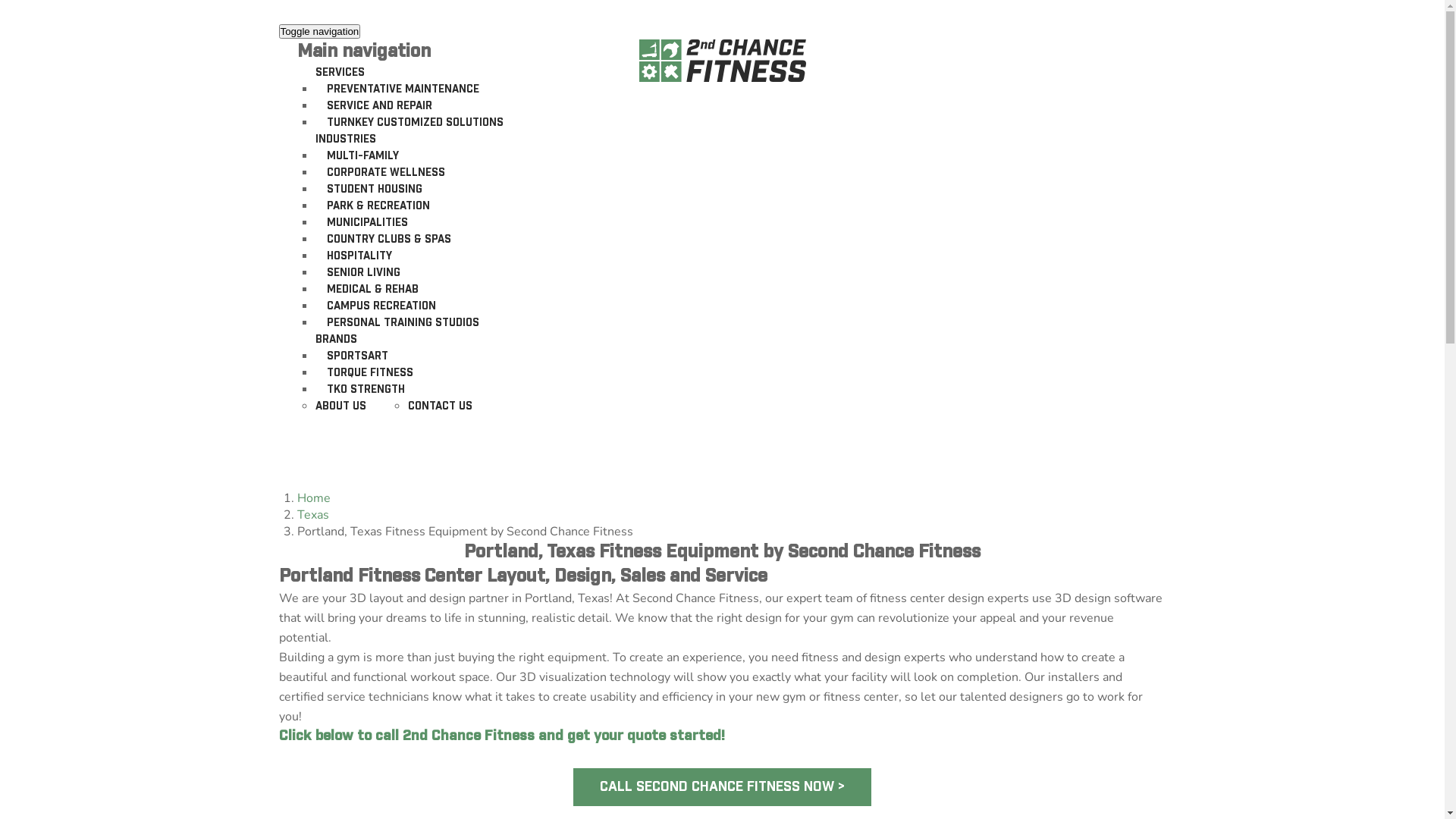  Describe the element at coordinates (362, 155) in the screenshot. I see `'MULTI-FAMILY'` at that location.